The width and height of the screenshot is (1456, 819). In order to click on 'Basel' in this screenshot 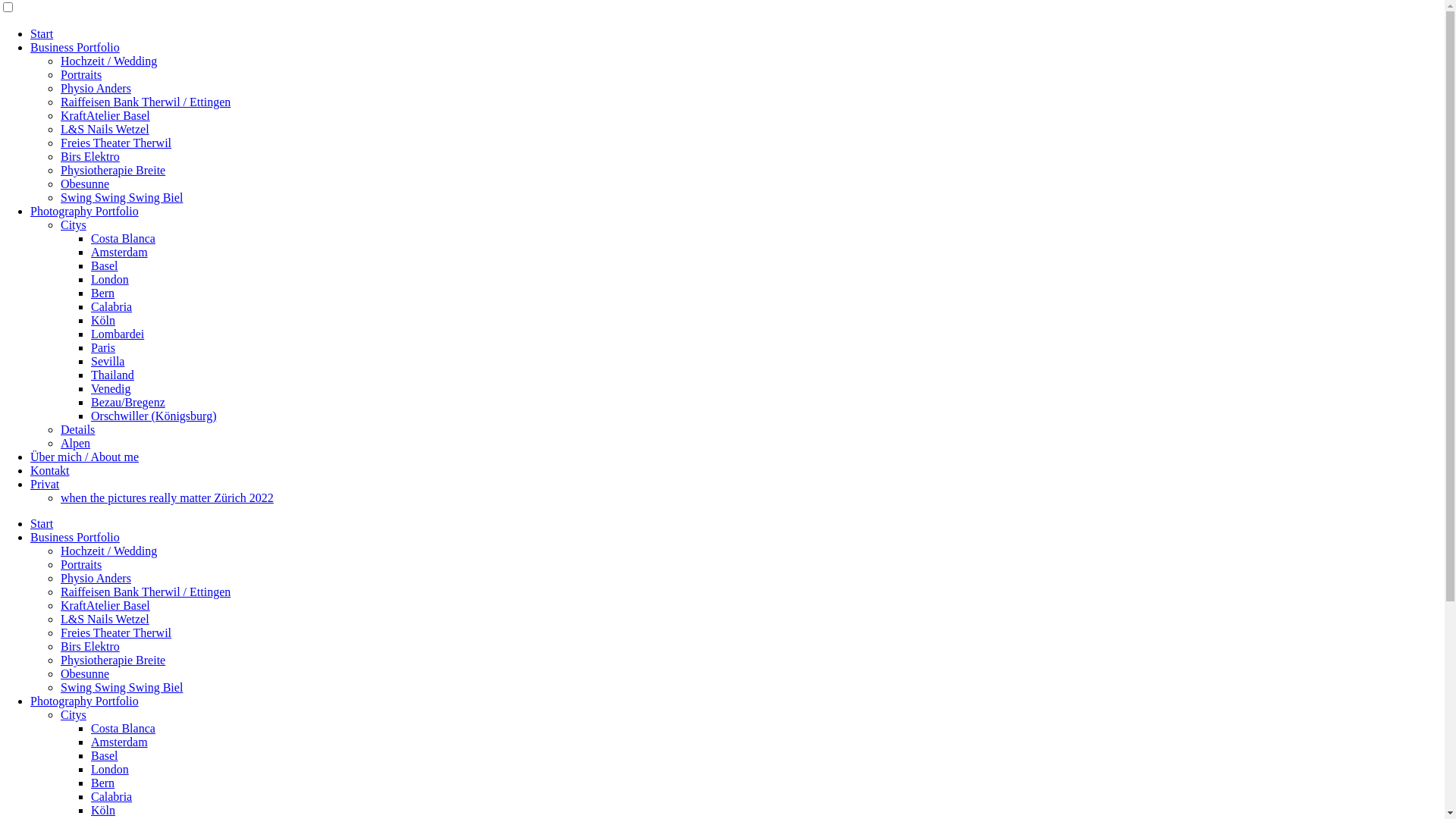, I will do `click(104, 755)`.